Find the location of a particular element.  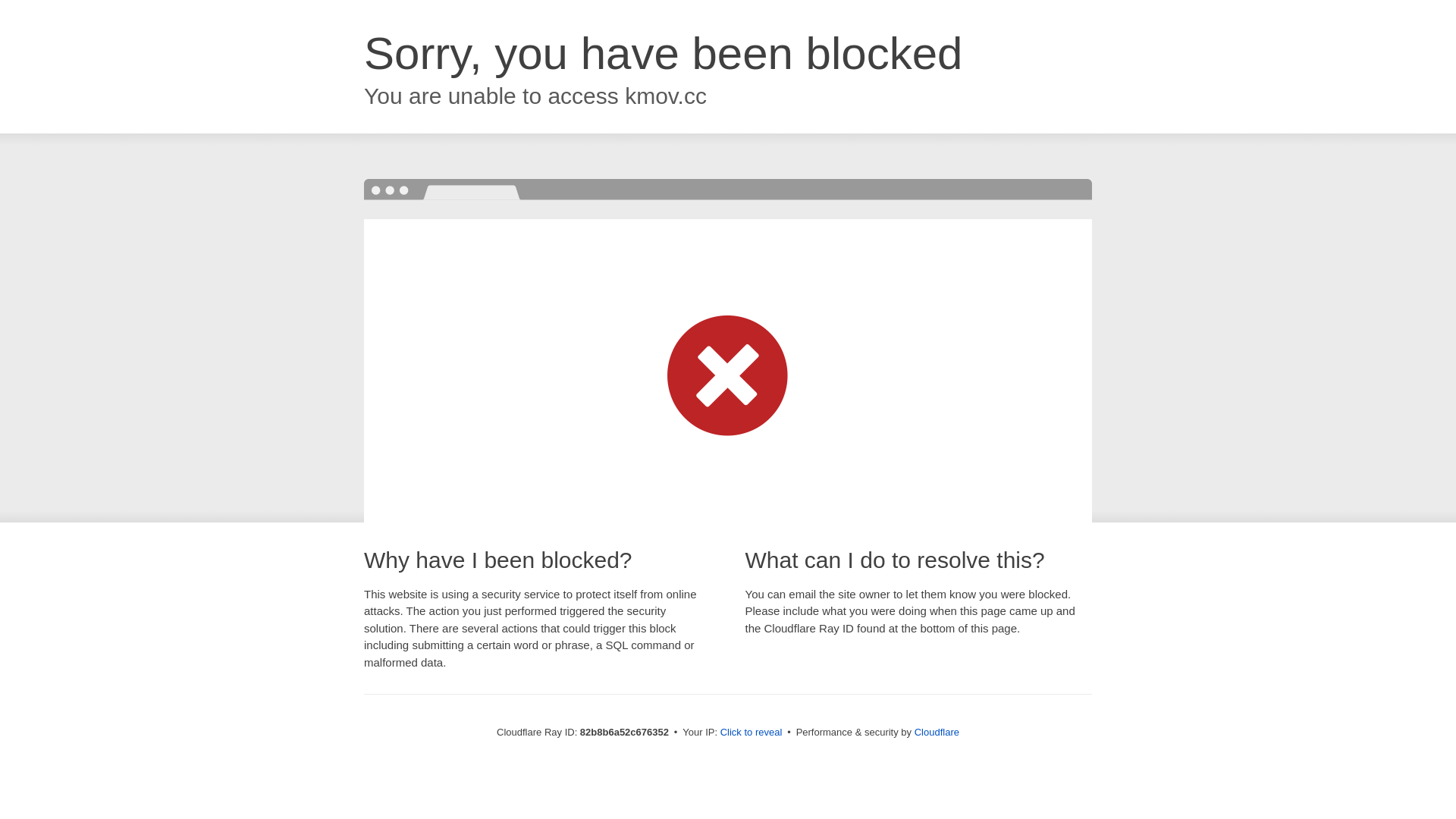

'Cloudflare' is located at coordinates (936, 731).